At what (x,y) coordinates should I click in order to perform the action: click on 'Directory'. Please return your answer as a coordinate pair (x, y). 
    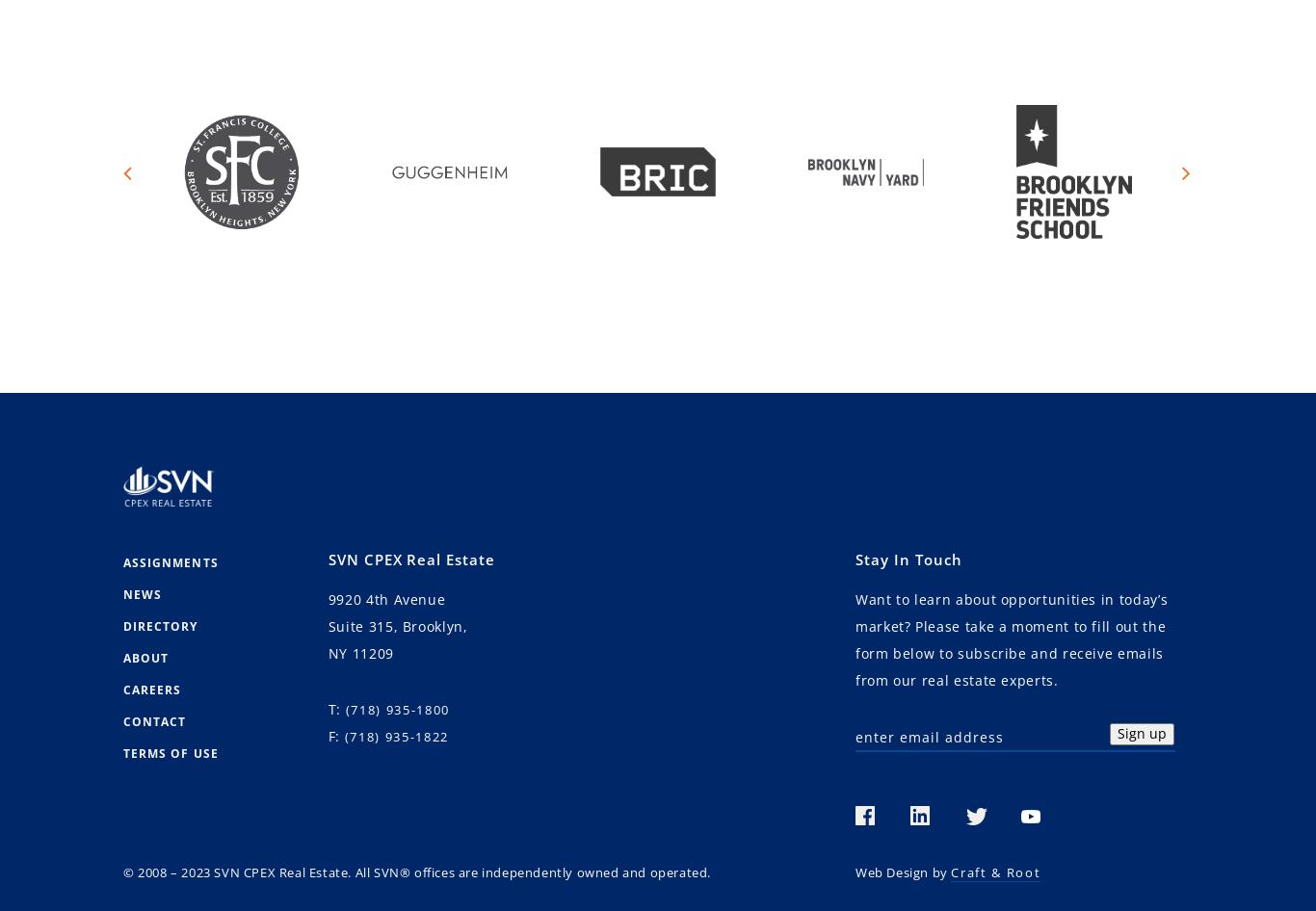
    Looking at the image, I should click on (159, 626).